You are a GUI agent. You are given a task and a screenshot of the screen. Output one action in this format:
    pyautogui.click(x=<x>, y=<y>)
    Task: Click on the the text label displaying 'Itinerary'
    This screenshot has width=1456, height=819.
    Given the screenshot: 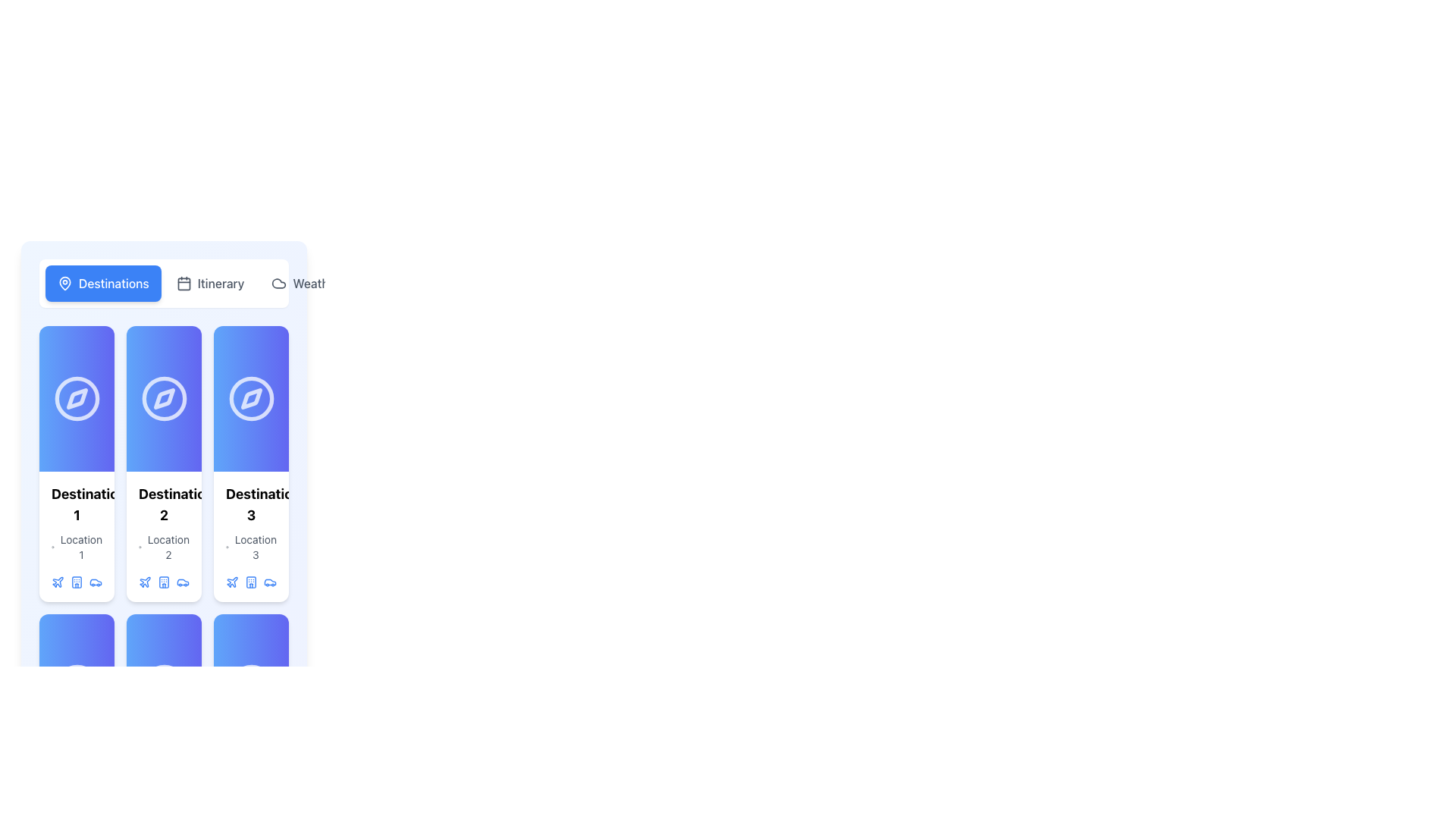 What is the action you would take?
    pyautogui.click(x=220, y=284)
    